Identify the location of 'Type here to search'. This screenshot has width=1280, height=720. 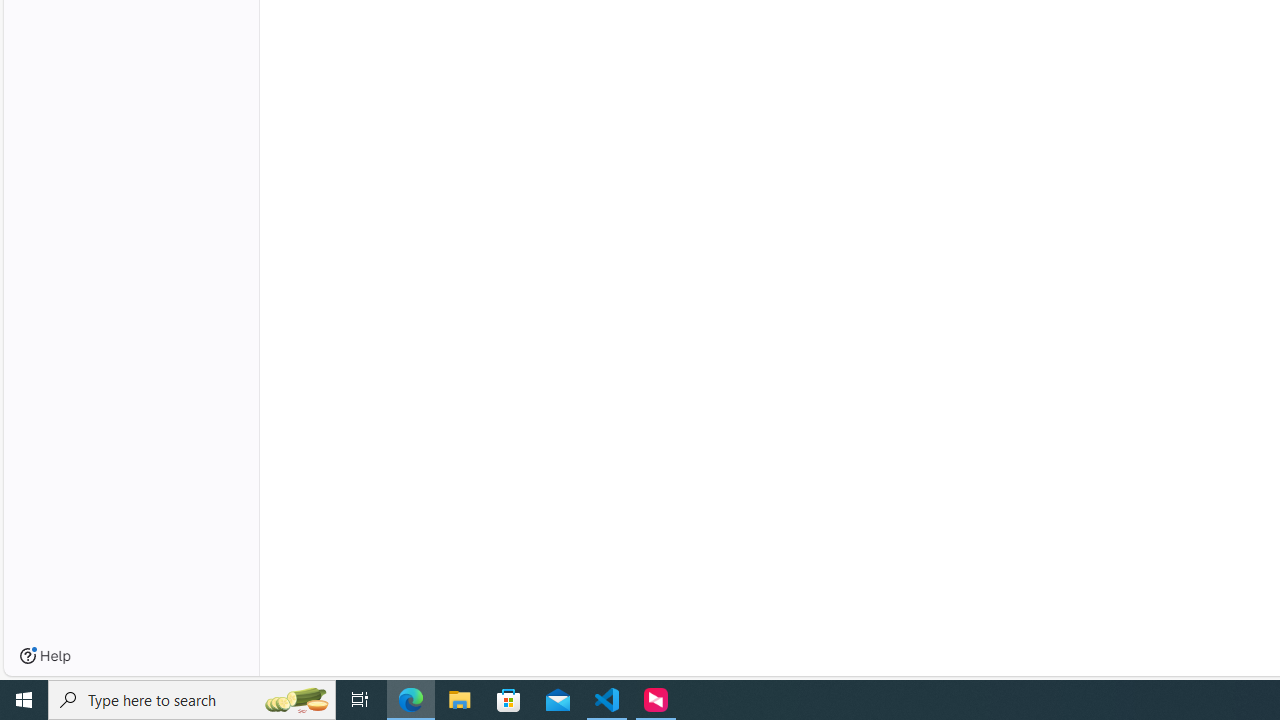
(192, 698).